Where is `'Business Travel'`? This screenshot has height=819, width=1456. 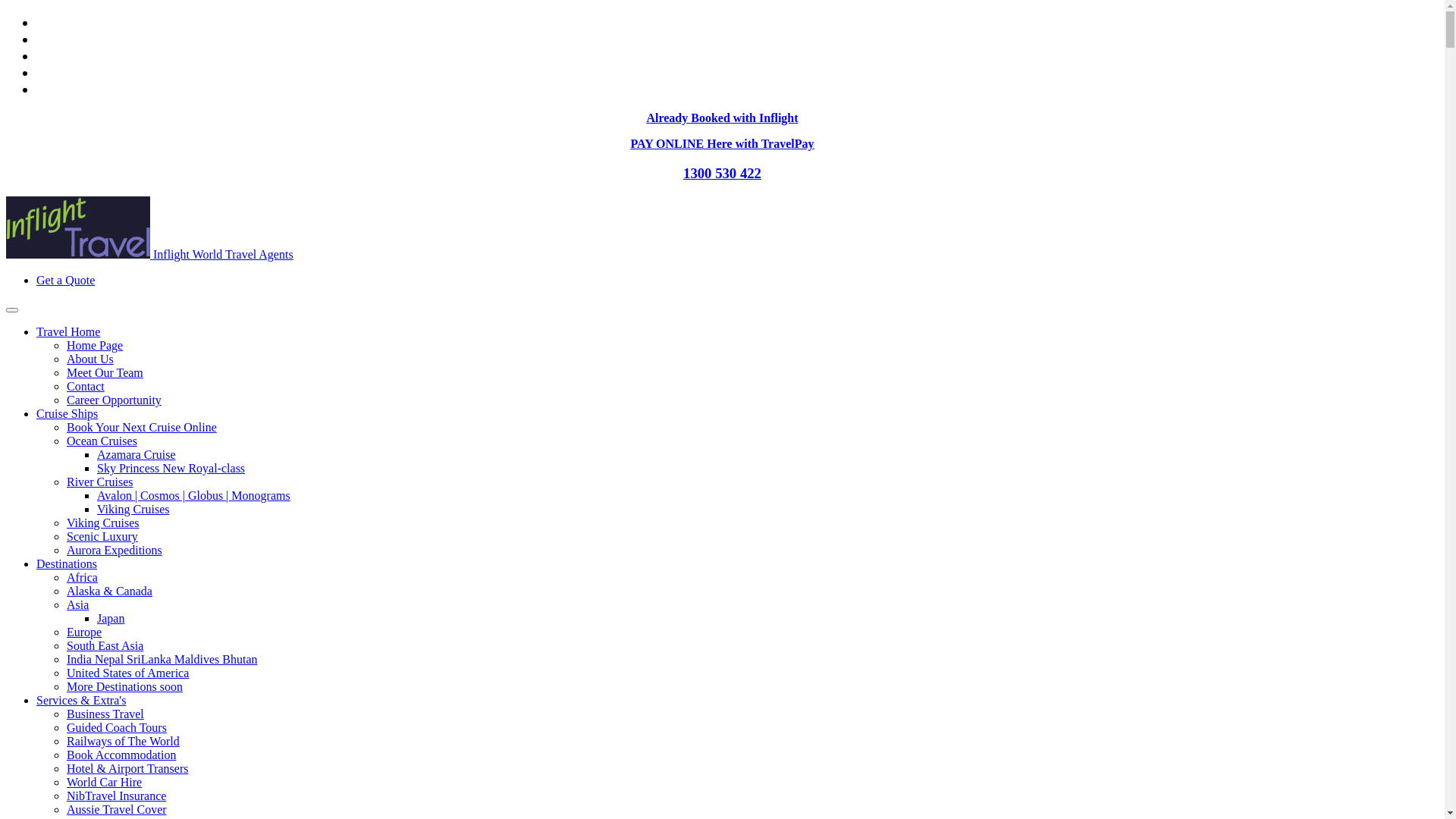
'Business Travel' is located at coordinates (105, 714).